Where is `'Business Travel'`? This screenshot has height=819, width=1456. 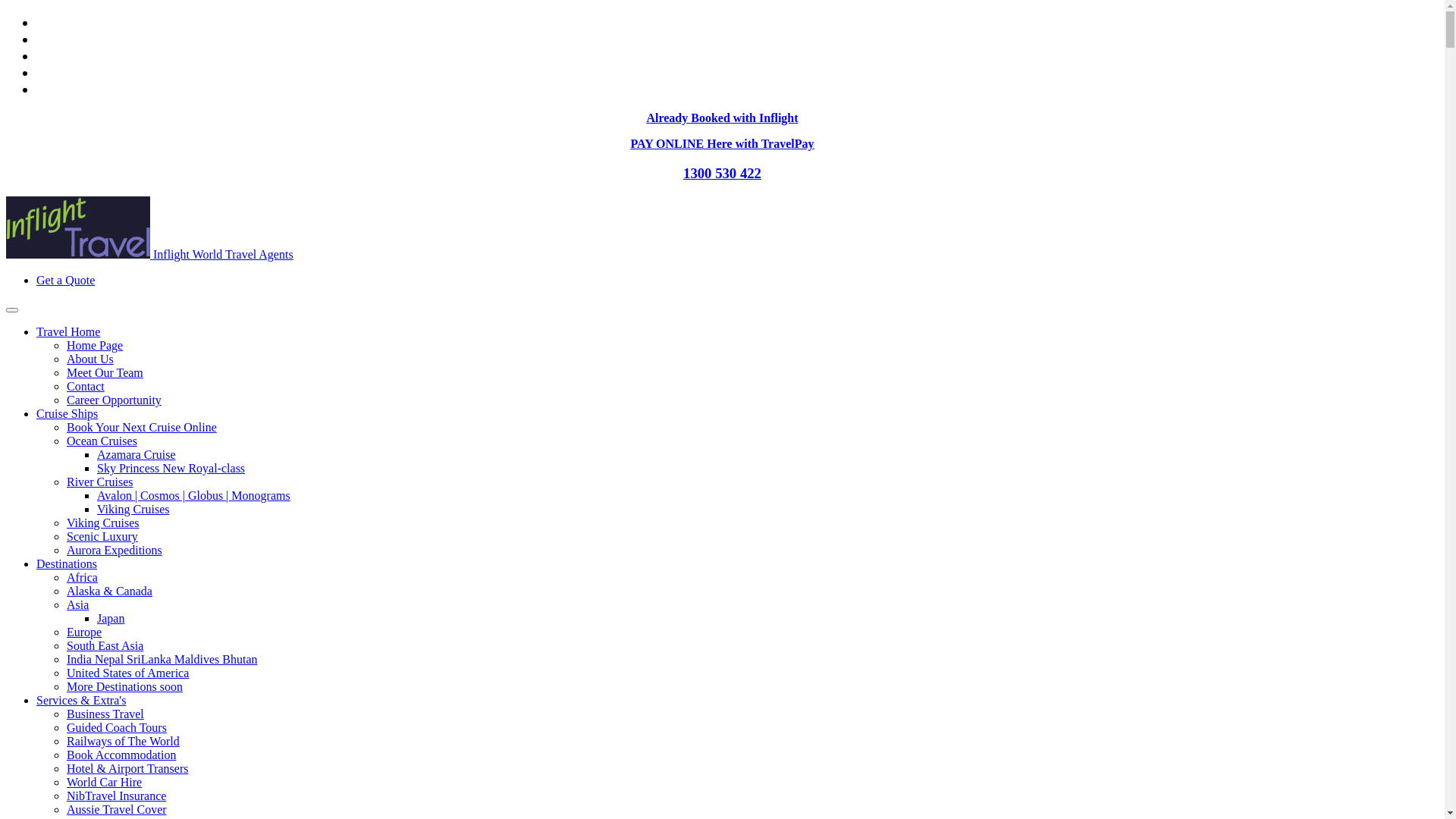
'Business Travel' is located at coordinates (105, 714).